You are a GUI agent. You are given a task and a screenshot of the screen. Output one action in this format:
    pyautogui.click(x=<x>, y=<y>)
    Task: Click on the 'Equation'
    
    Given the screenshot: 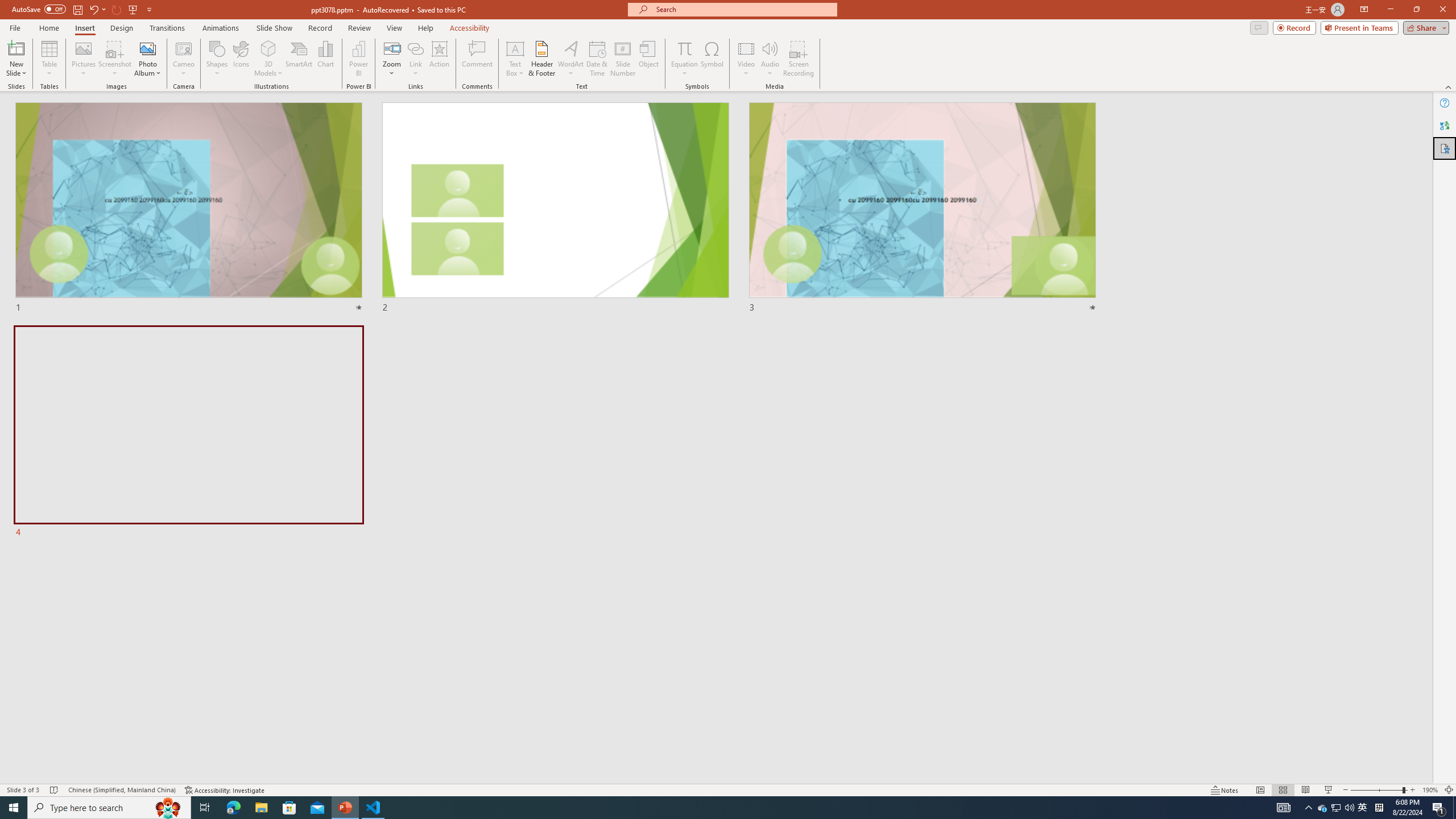 What is the action you would take?
    pyautogui.click(x=684, y=48)
    